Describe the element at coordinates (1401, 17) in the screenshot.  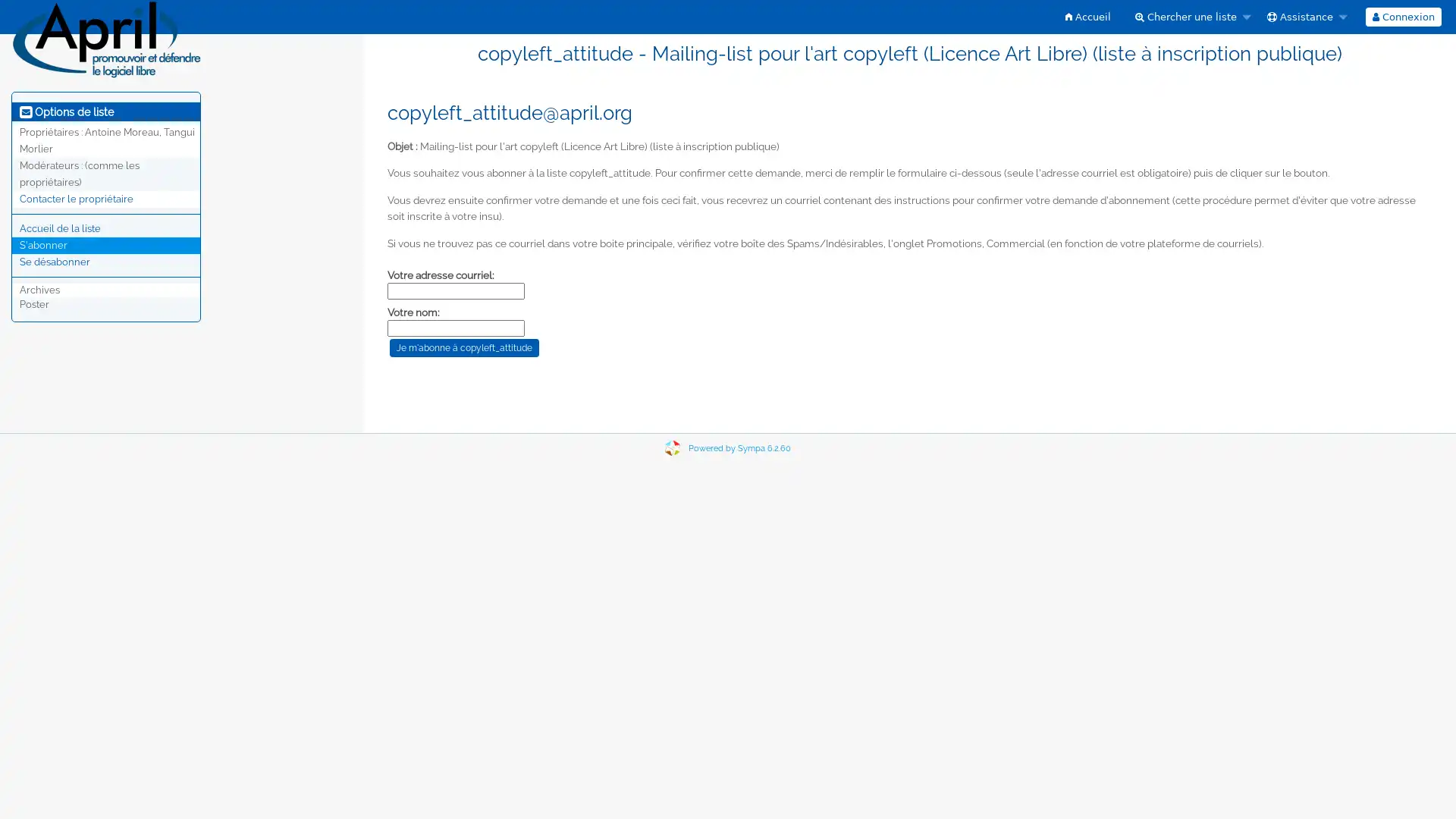
I see `Connexion` at that location.